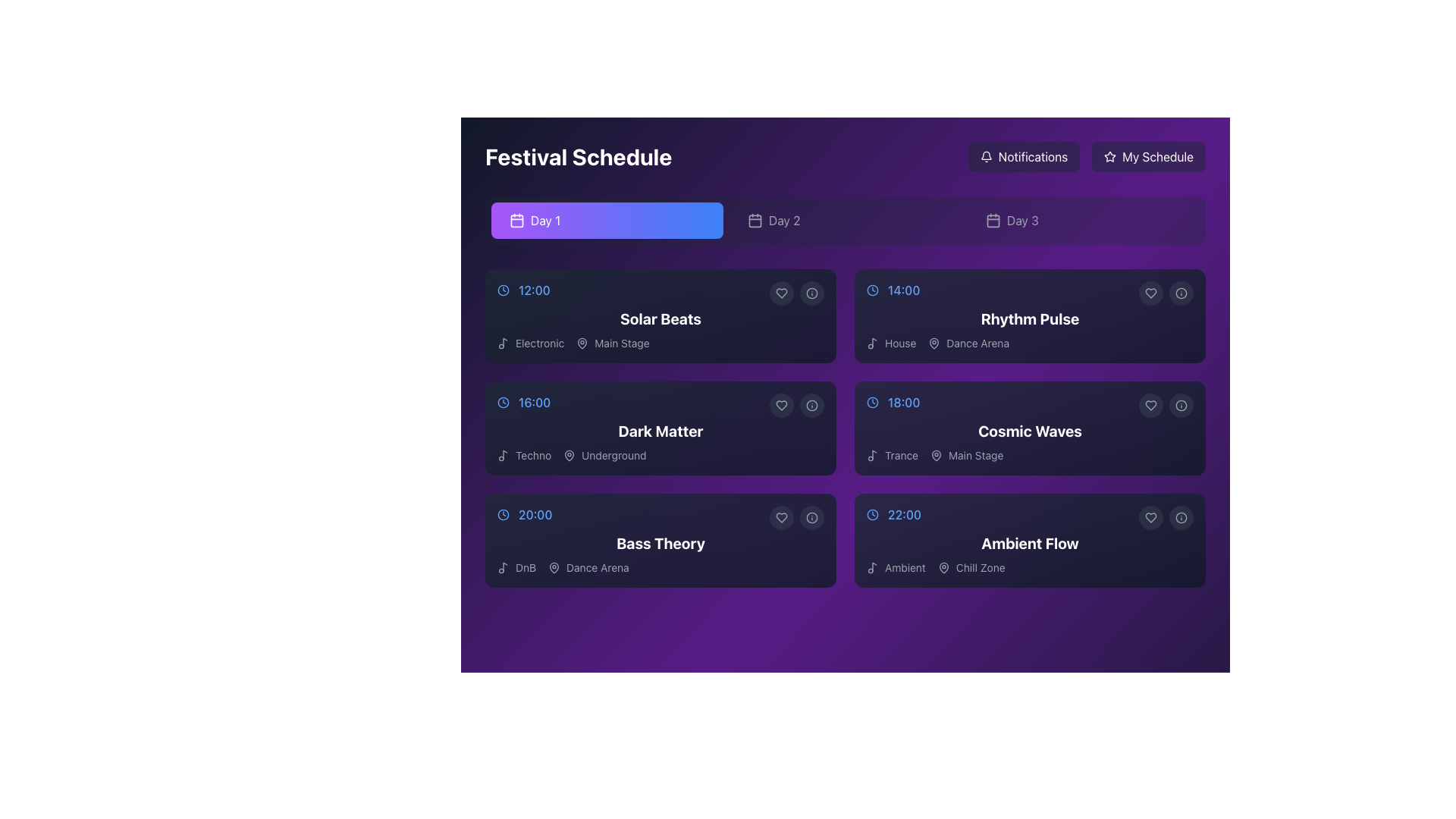 Image resolution: width=1456 pixels, height=819 pixels. I want to click on the heart icon embedded within the circular button in the upper-right corner of the 'Solar Beats' schedule box, so click(782, 293).